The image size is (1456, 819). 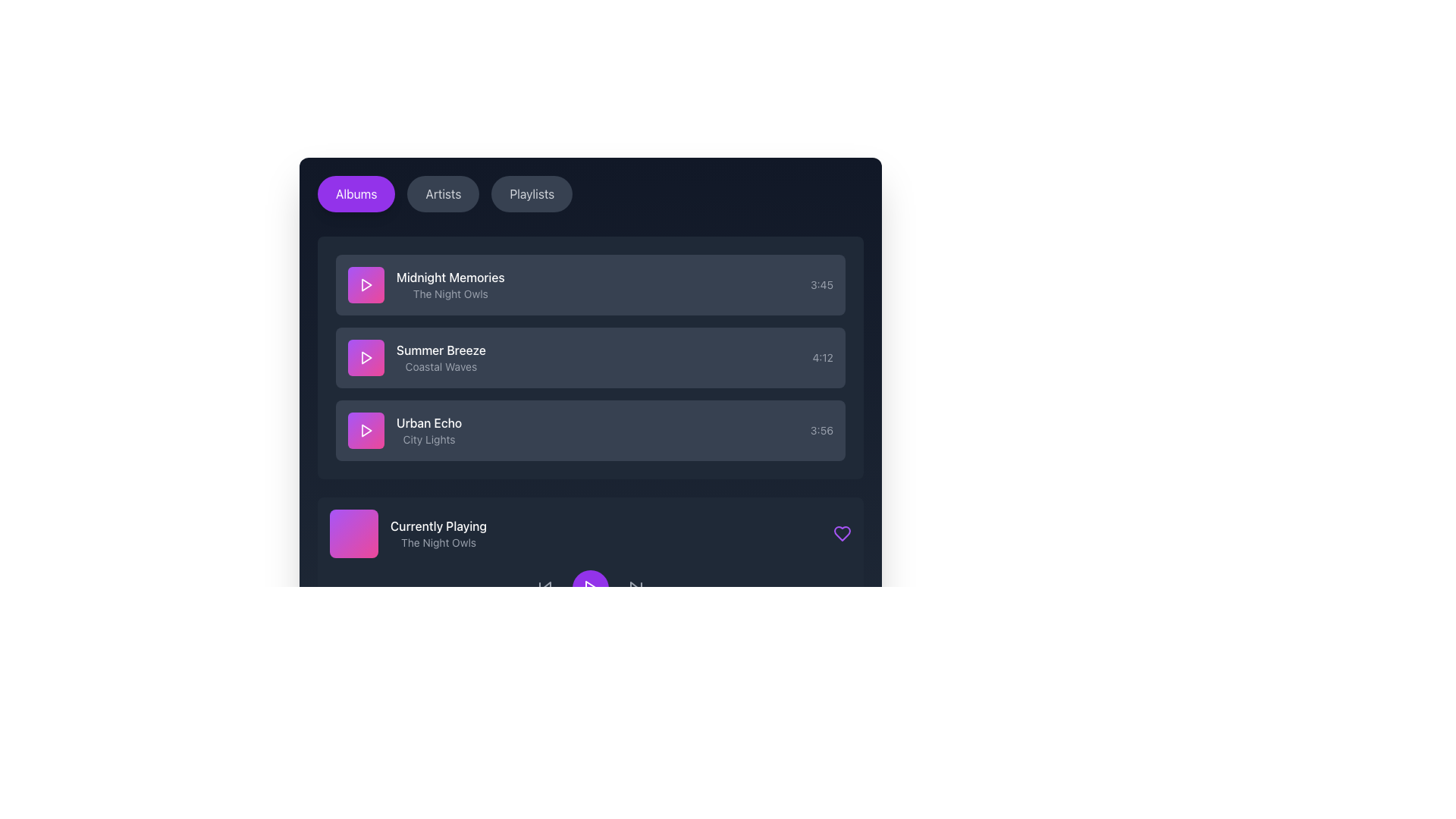 I want to click on the pink gradient play button featuring a white triangle icon to play the associated content, so click(x=366, y=430).